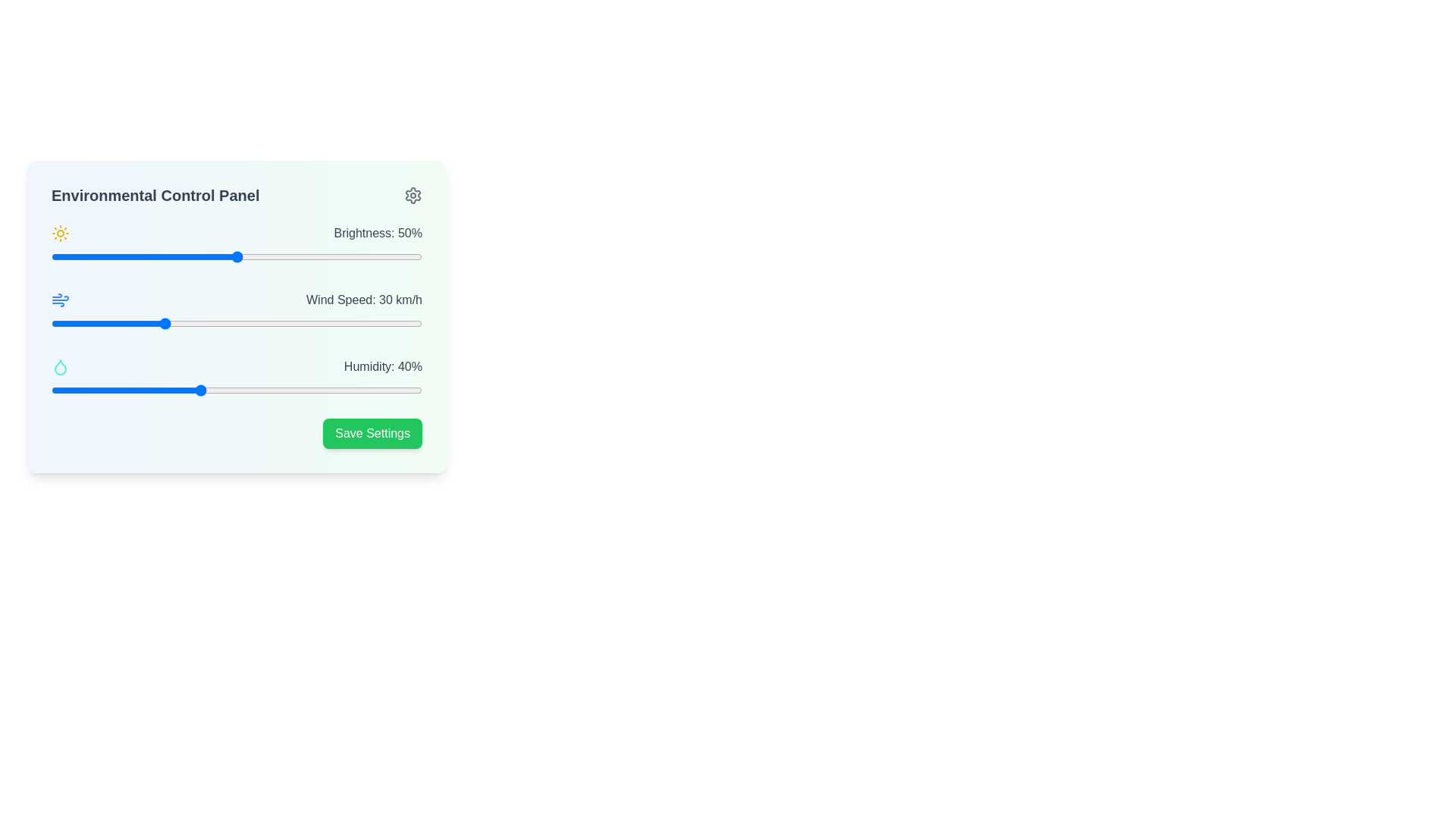  Describe the element at coordinates (61, 366) in the screenshot. I see `the teal droplet icon located to the left of the 'Humidity: 40%' text element` at that location.